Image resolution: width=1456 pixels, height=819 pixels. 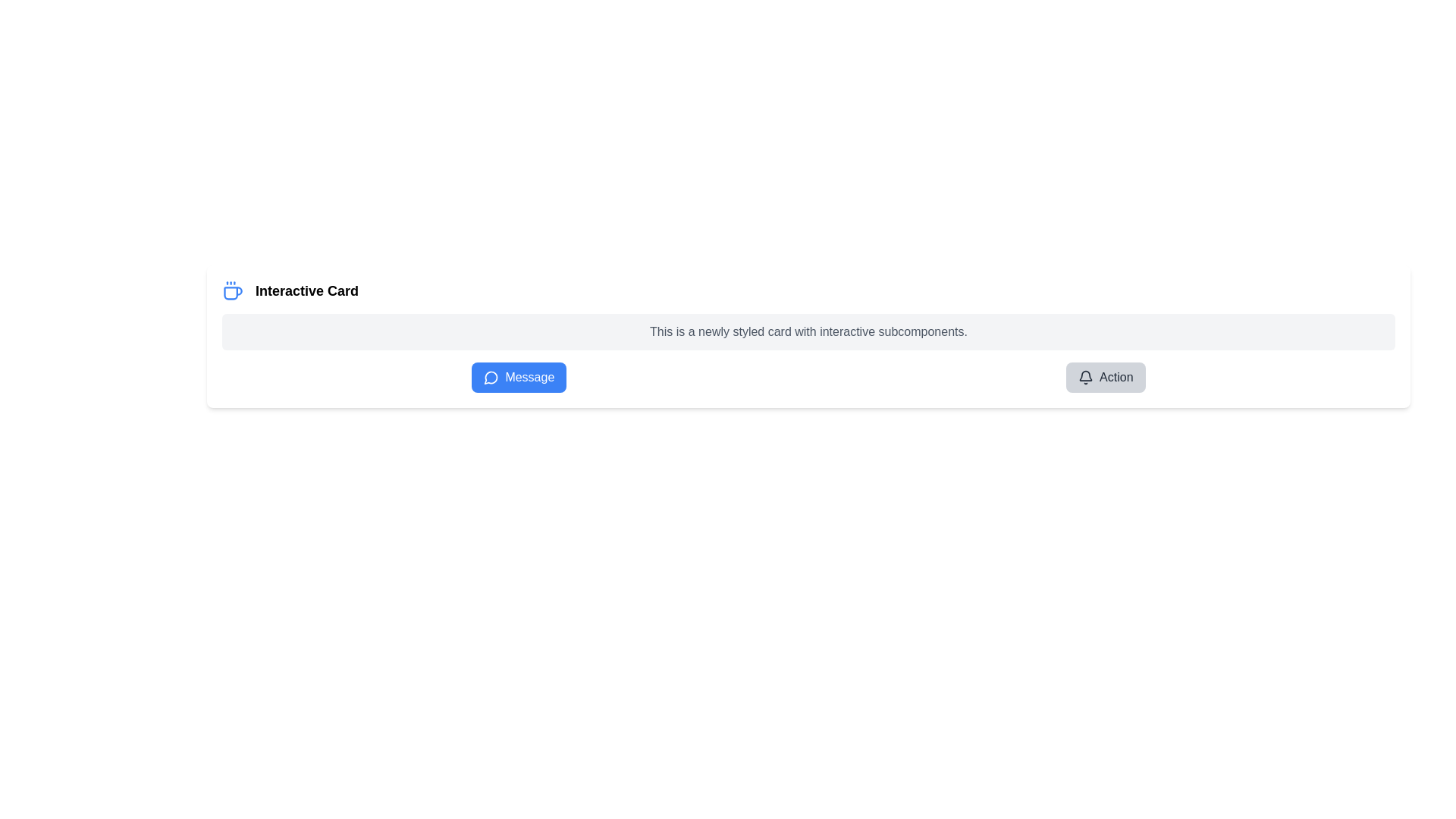 What do you see at coordinates (491, 376) in the screenshot?
I see `the blue rounded rectangle button labeled 'Message' that contains the circular blue and white speech bubble icon` at bounding box center [491, 376].